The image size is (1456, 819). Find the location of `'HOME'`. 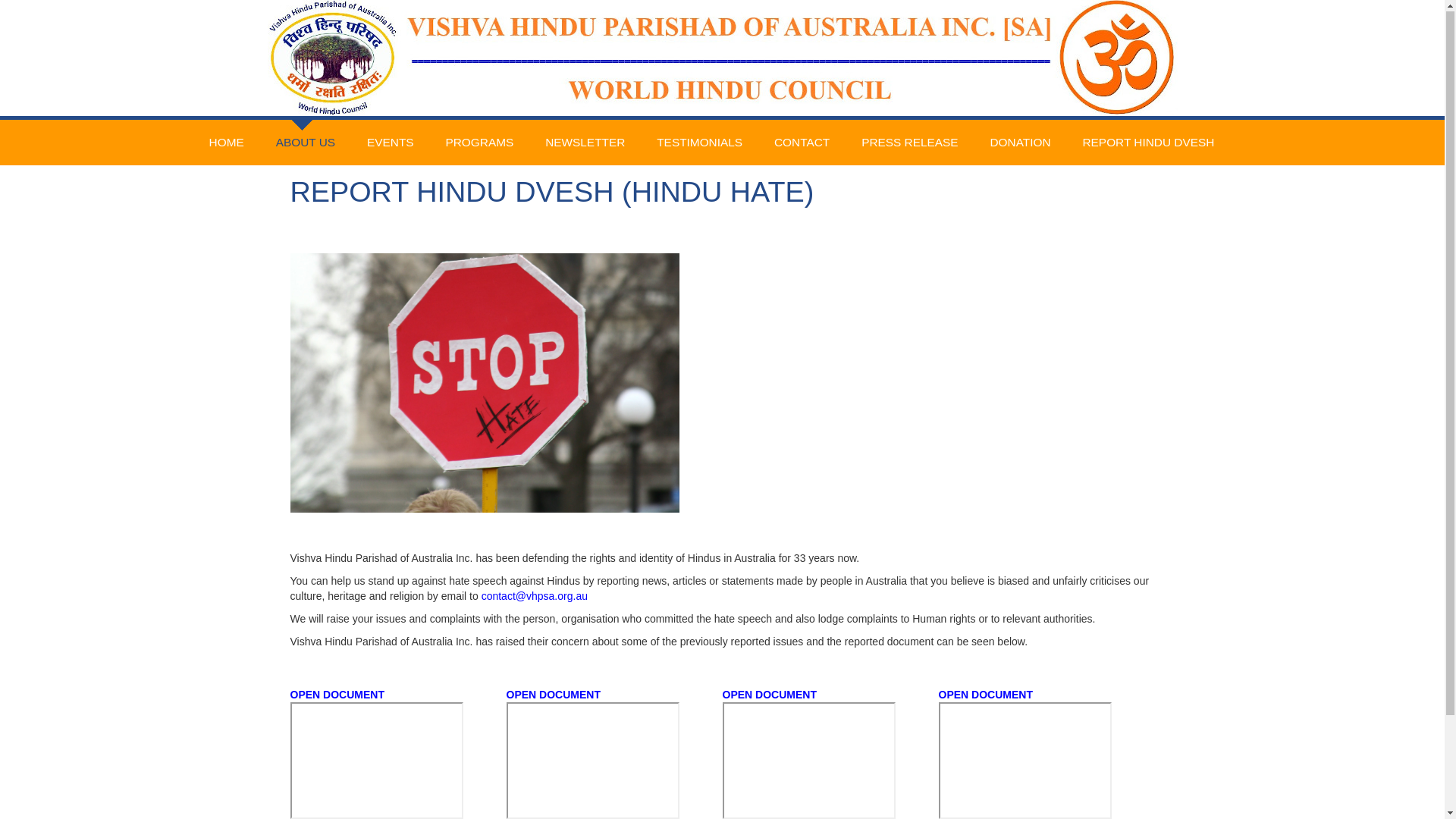

'HOME' is located at coordinates (225, 143).